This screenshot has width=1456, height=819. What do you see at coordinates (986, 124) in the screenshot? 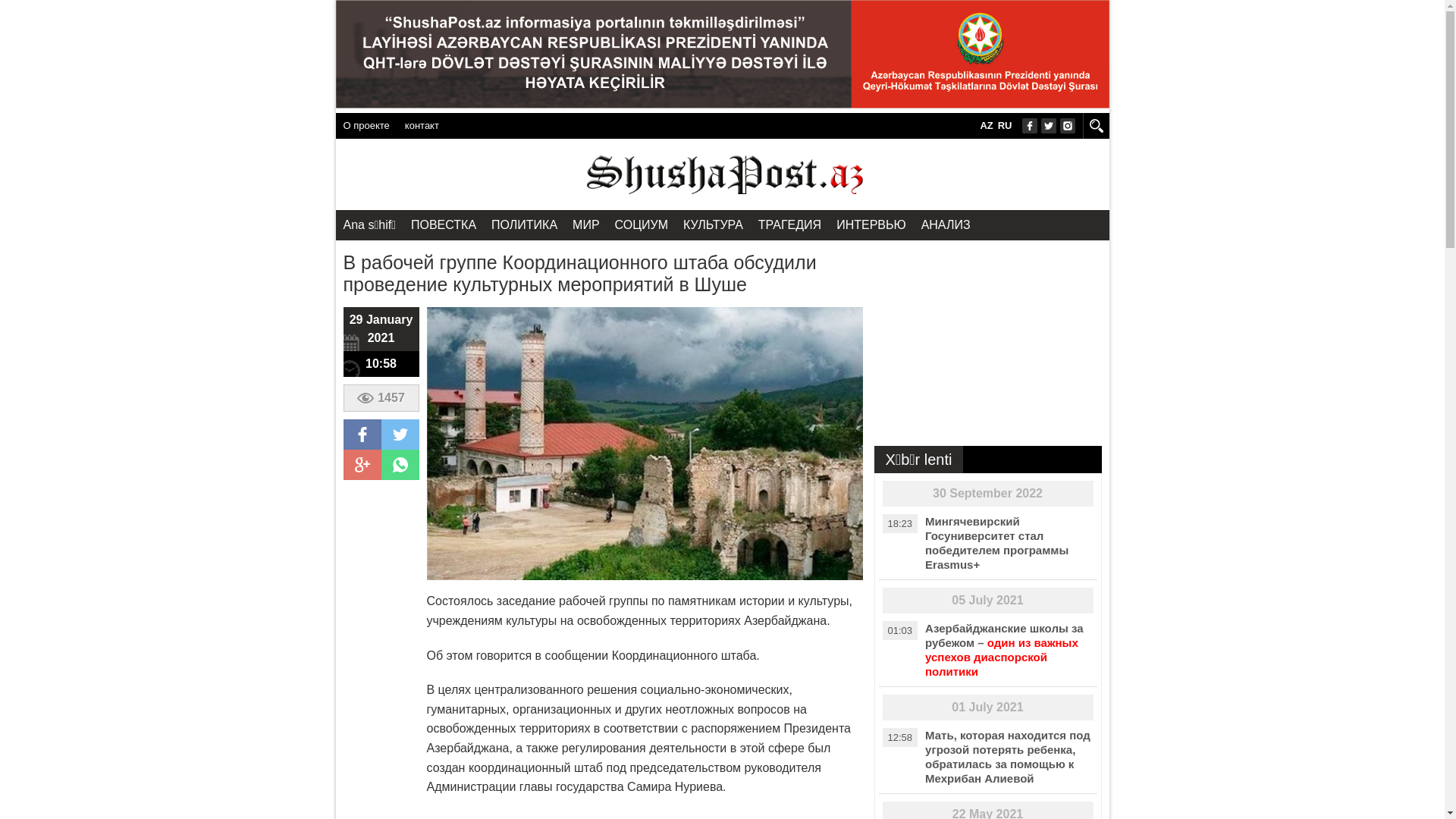
I see `'AZ'` at bounding box center [986, 124].